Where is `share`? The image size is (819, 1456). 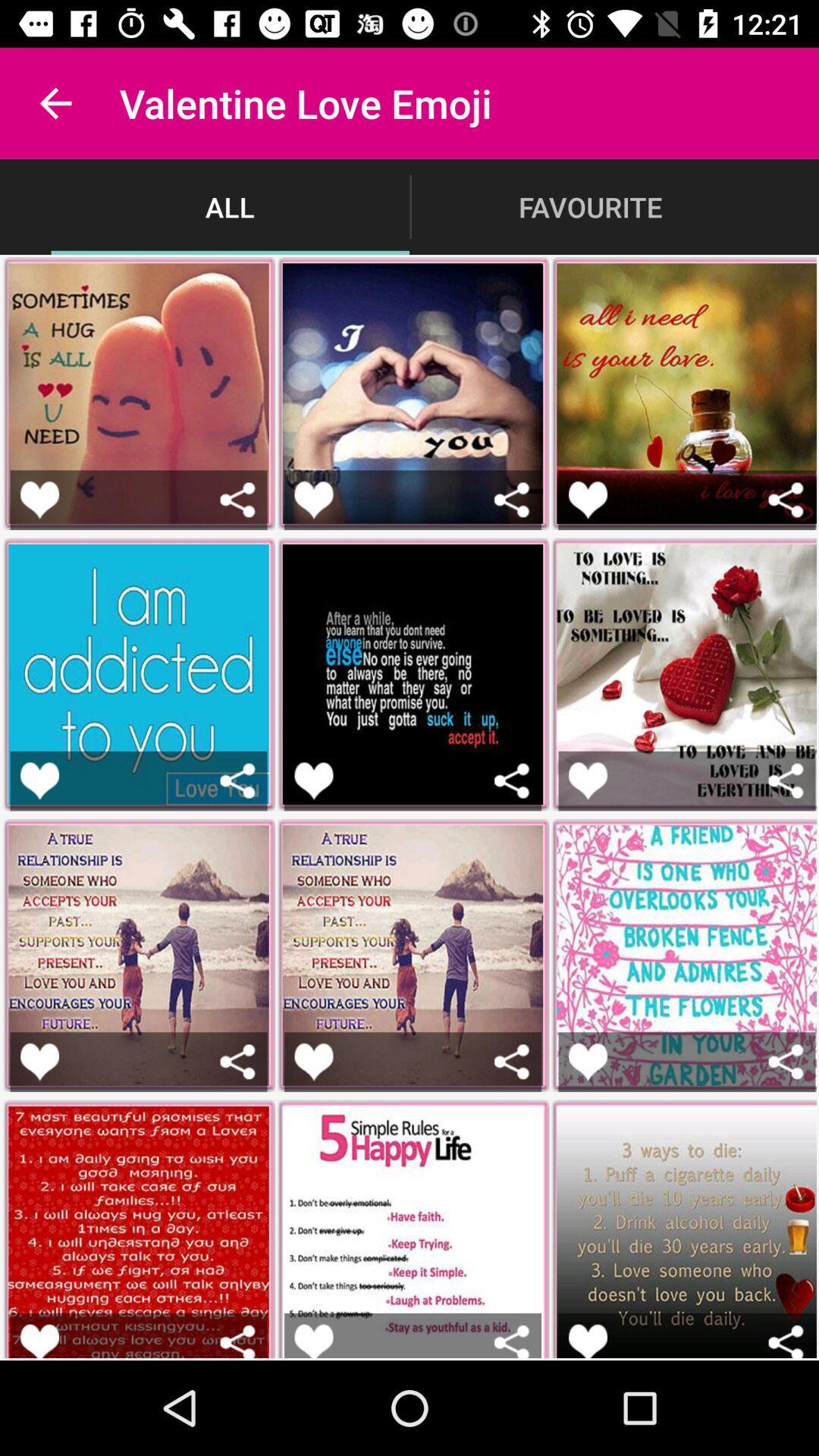 share is located at coordinates (512, 1061).